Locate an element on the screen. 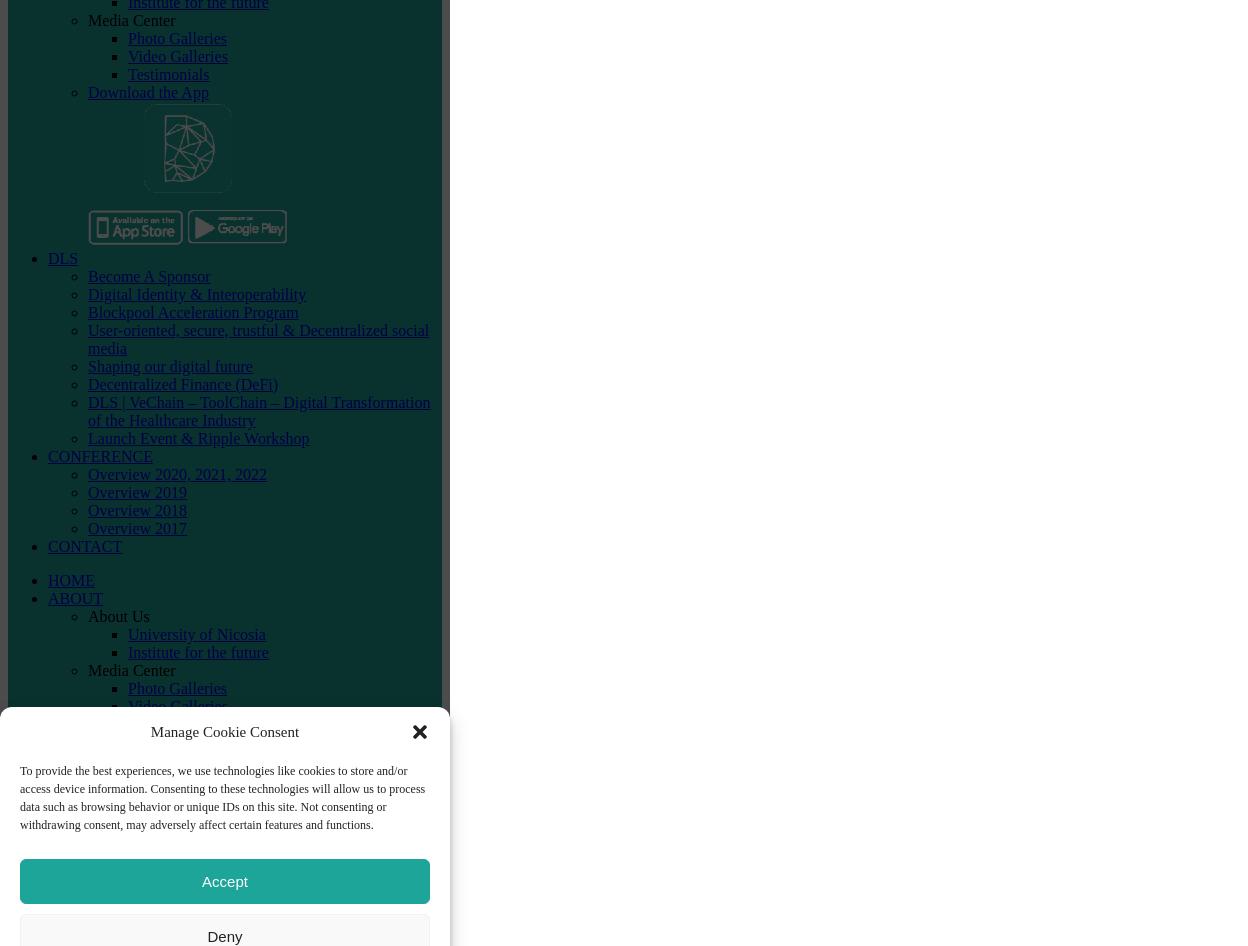 The width and height of the screenshot is (1248, 946). 'Manage Cookie Consent' is located at coordinates (150, 729).